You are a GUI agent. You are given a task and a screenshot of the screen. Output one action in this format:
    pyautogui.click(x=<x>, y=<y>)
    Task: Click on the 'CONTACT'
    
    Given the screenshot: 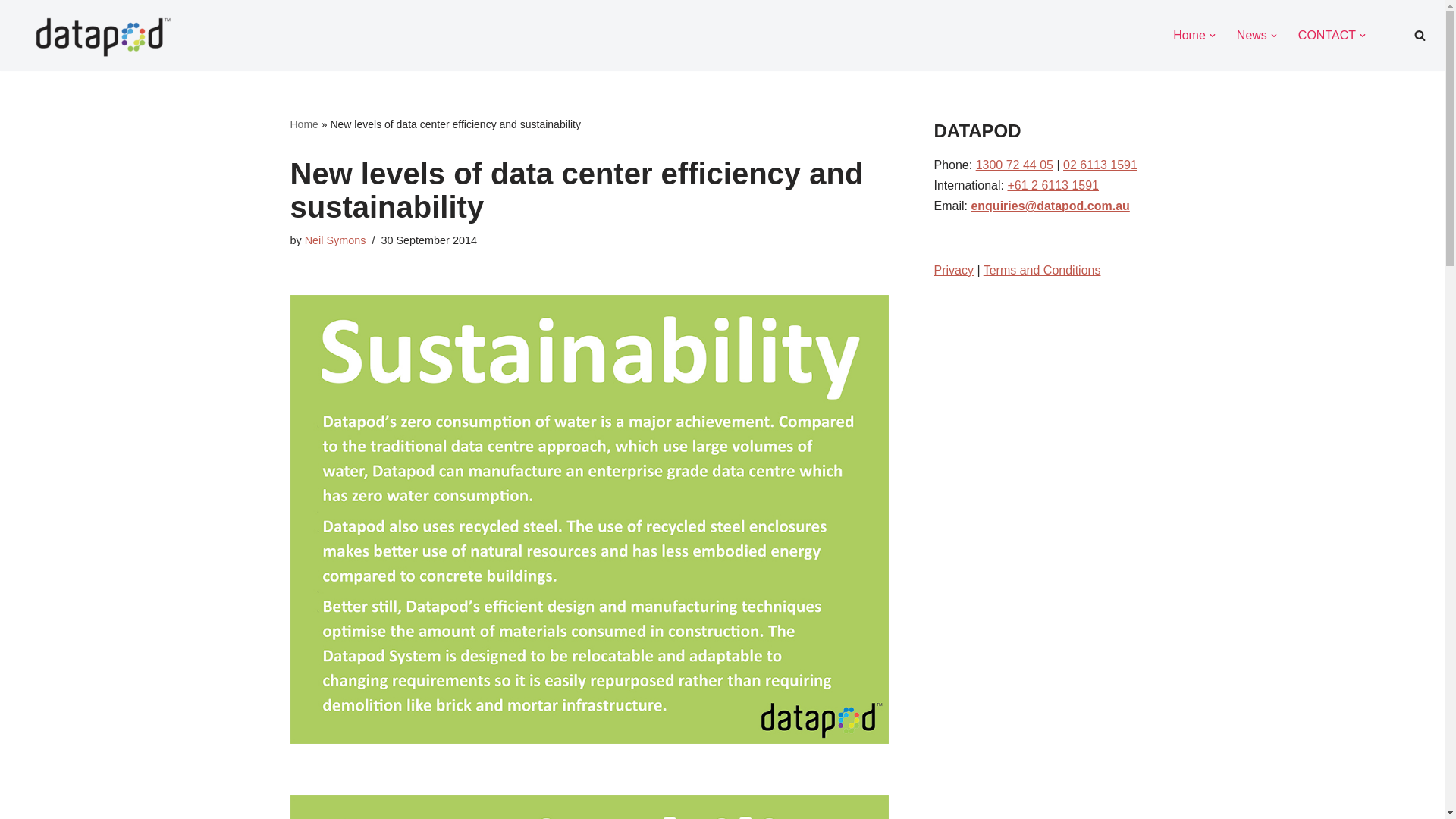 What is the action you would take?
    pyautogui.click(x=1326, y=34)
    